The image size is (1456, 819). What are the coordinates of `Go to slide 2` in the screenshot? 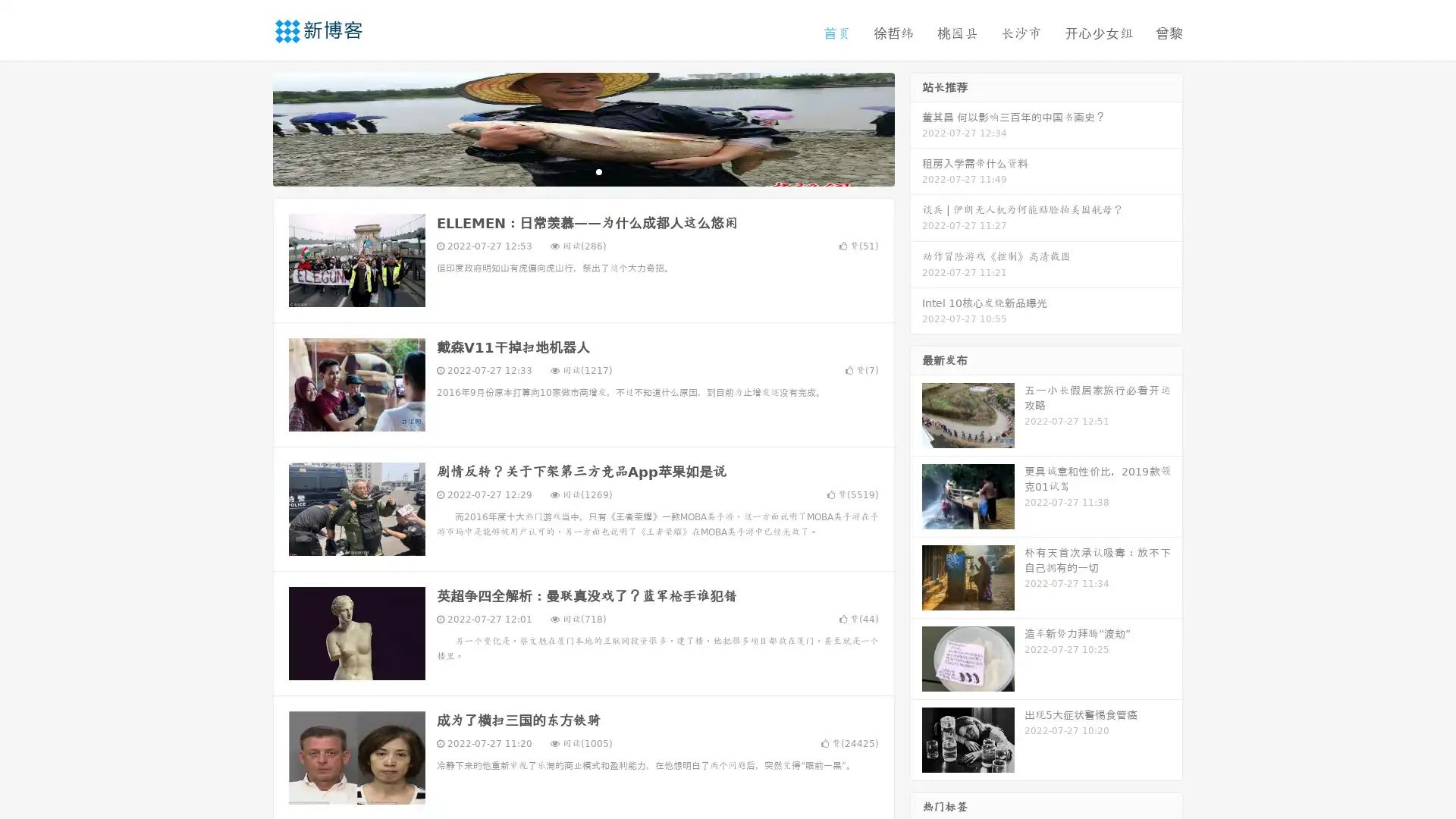 It's located at (582, 171).